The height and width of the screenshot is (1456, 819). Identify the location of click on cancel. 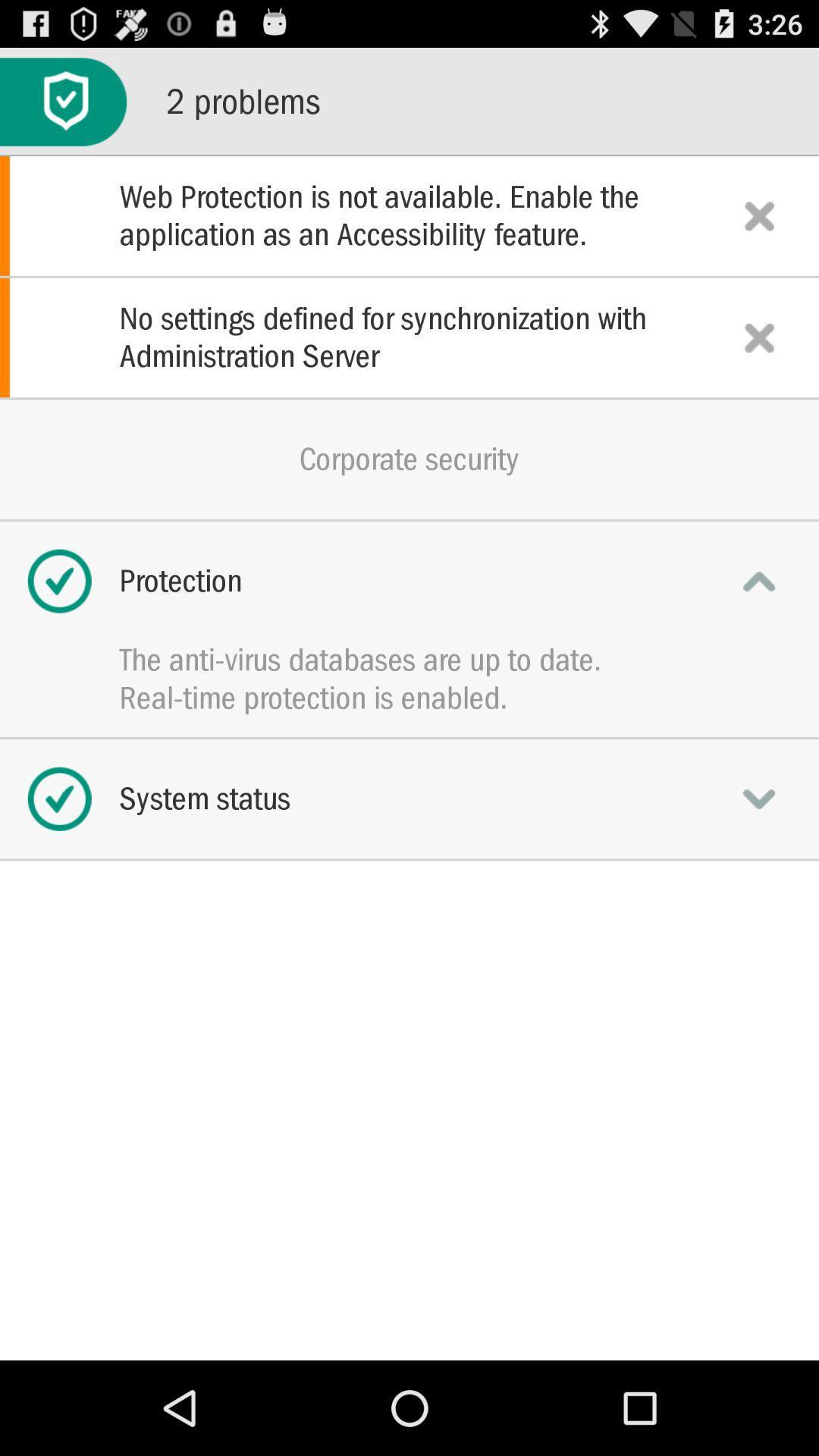
(759, 337).